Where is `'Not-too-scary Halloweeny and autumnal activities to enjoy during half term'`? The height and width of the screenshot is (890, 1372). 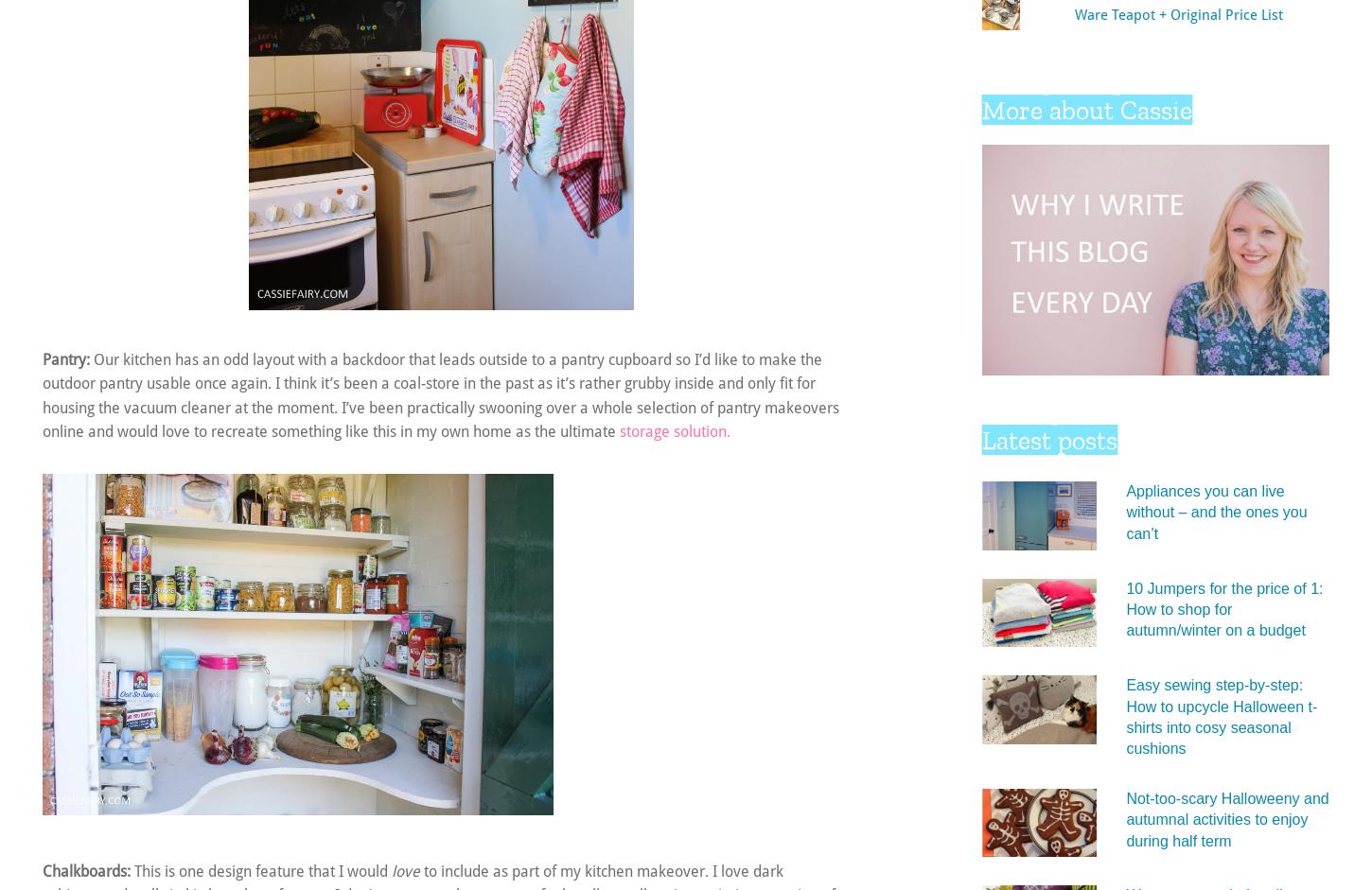
'Not-too-scary Halloweeny and autumnal activities to enjoy during half term' is located at coordinates (1227, 819).